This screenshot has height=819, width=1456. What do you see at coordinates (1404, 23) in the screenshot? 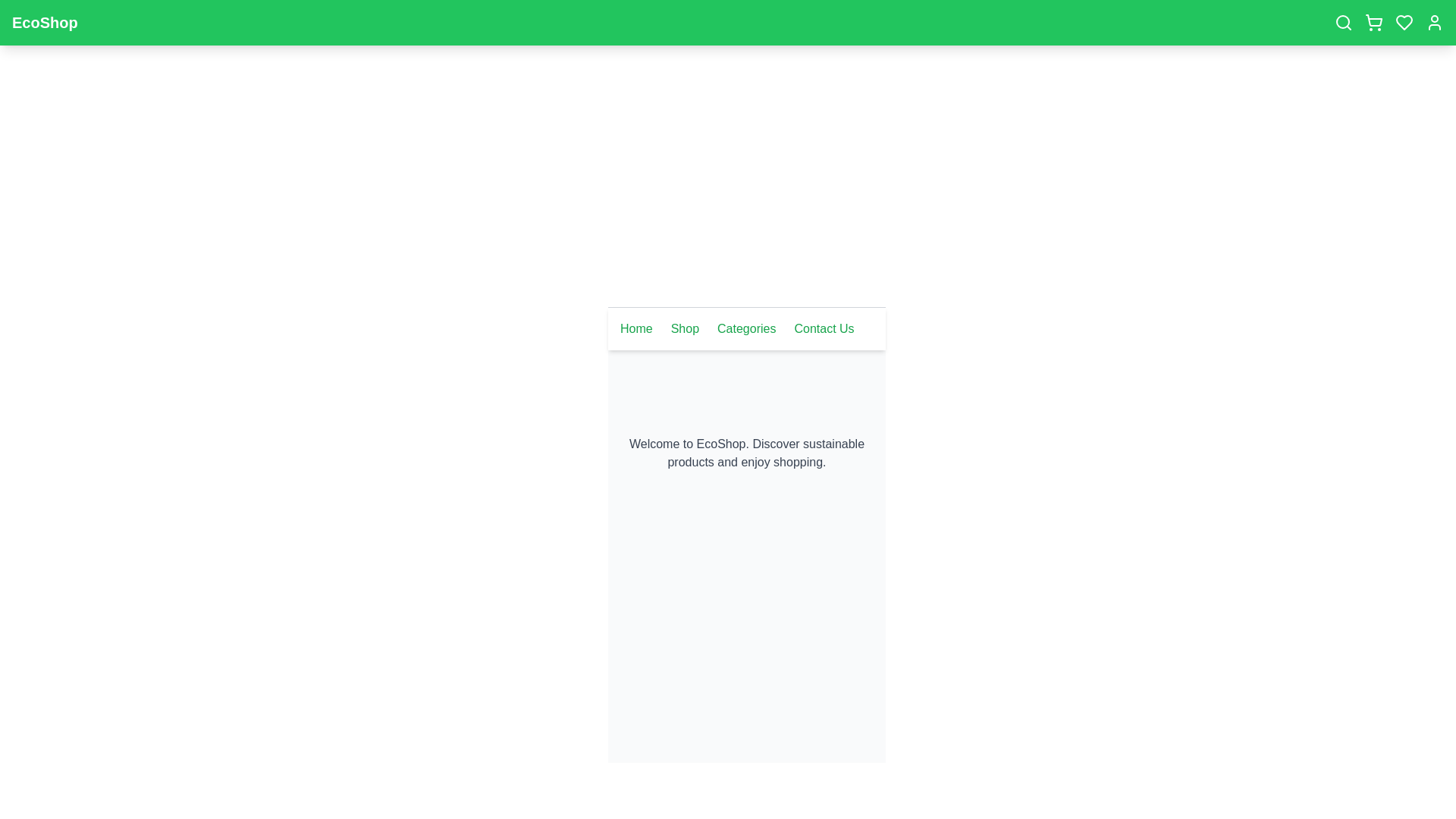
I see `the heart icon to view favorites` at bounding box center [1404, 23].